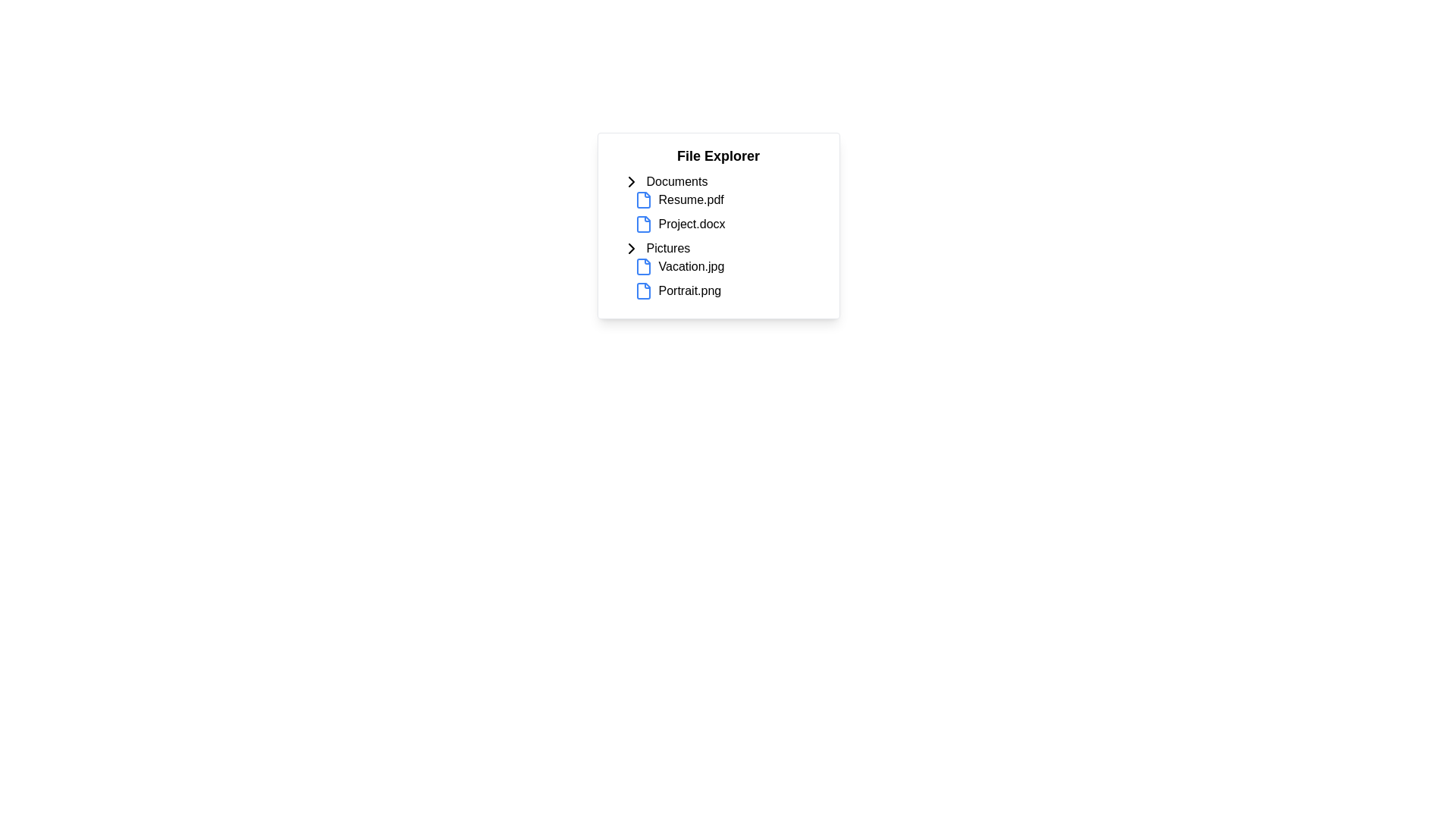 Image resolution: width=1456 pixels, height=819 pixels. I want to click on the file entry labeled 'Portrait.png', so click(730, 291).